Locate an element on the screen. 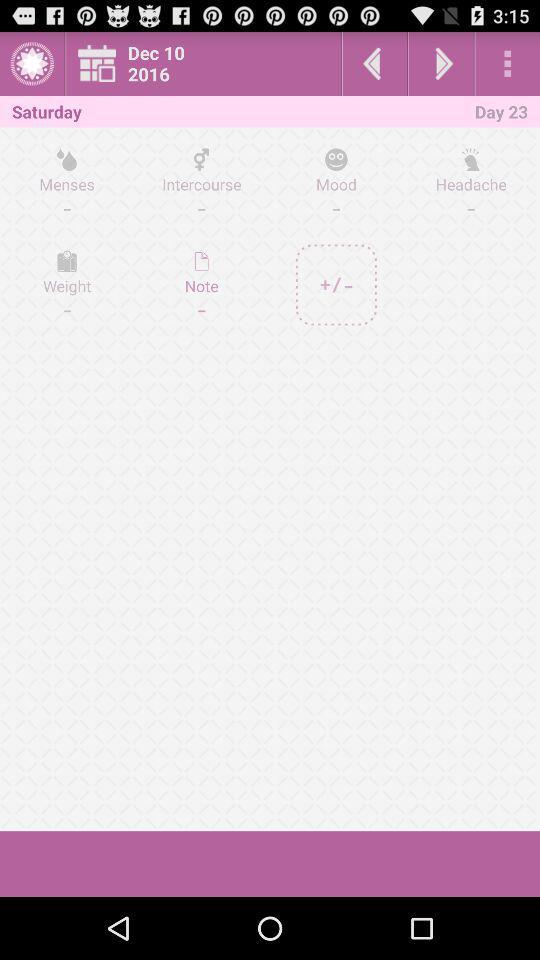 The height and width of the screenshot is (960, 540). previous day is located at coordinates (374, 63).